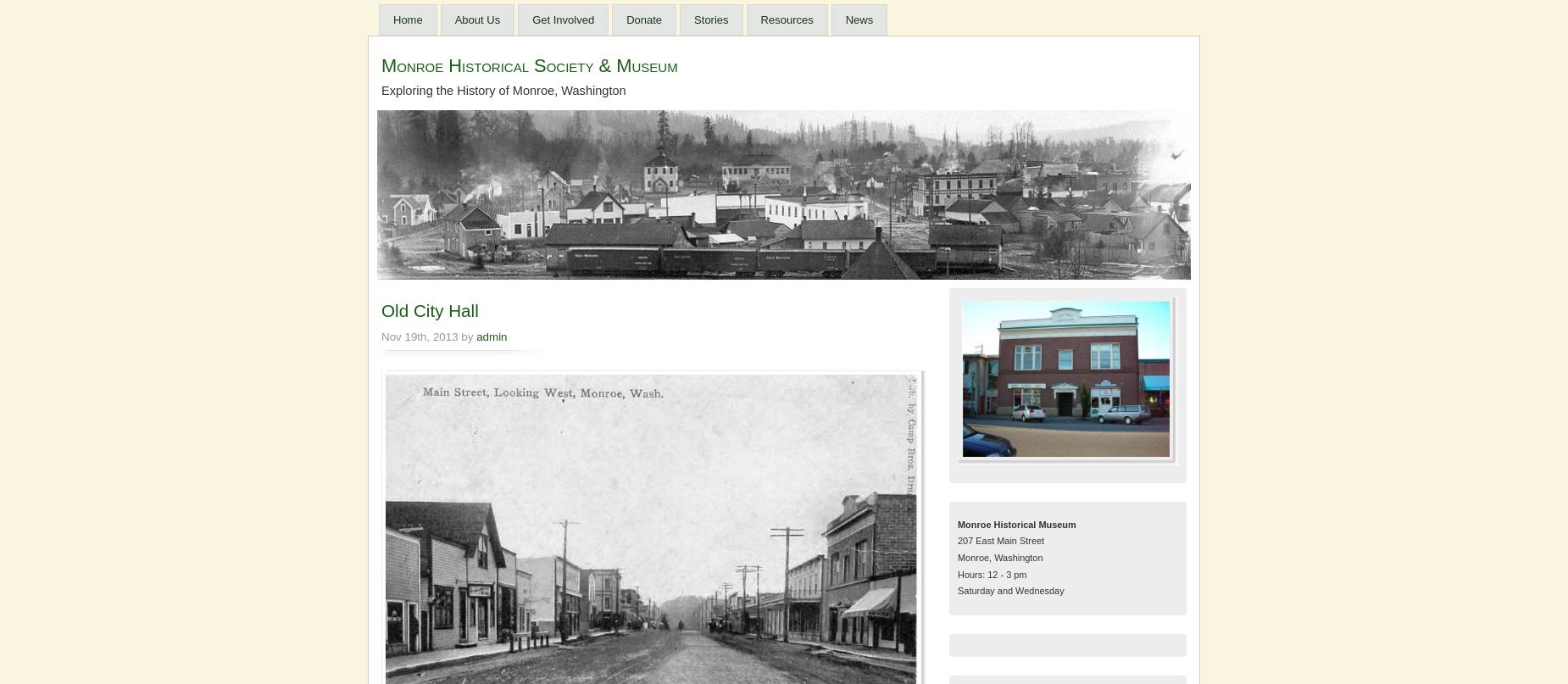 Image resolution: width=1568 pixels, height=684 pixels. Describe the element at coordinates (380, 336) in the screenshot. I see `'Nov 19th, 2013 by'` at that location.